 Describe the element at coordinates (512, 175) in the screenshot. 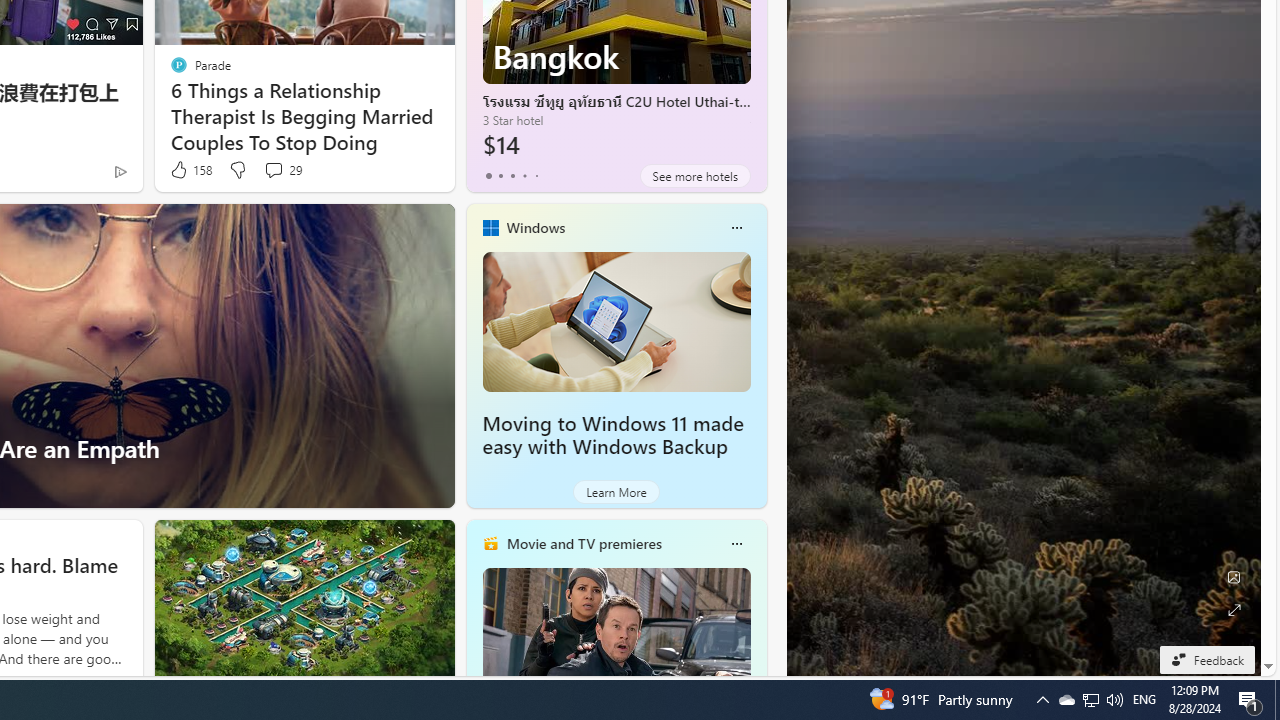

I see `'tab-2'` at that location.